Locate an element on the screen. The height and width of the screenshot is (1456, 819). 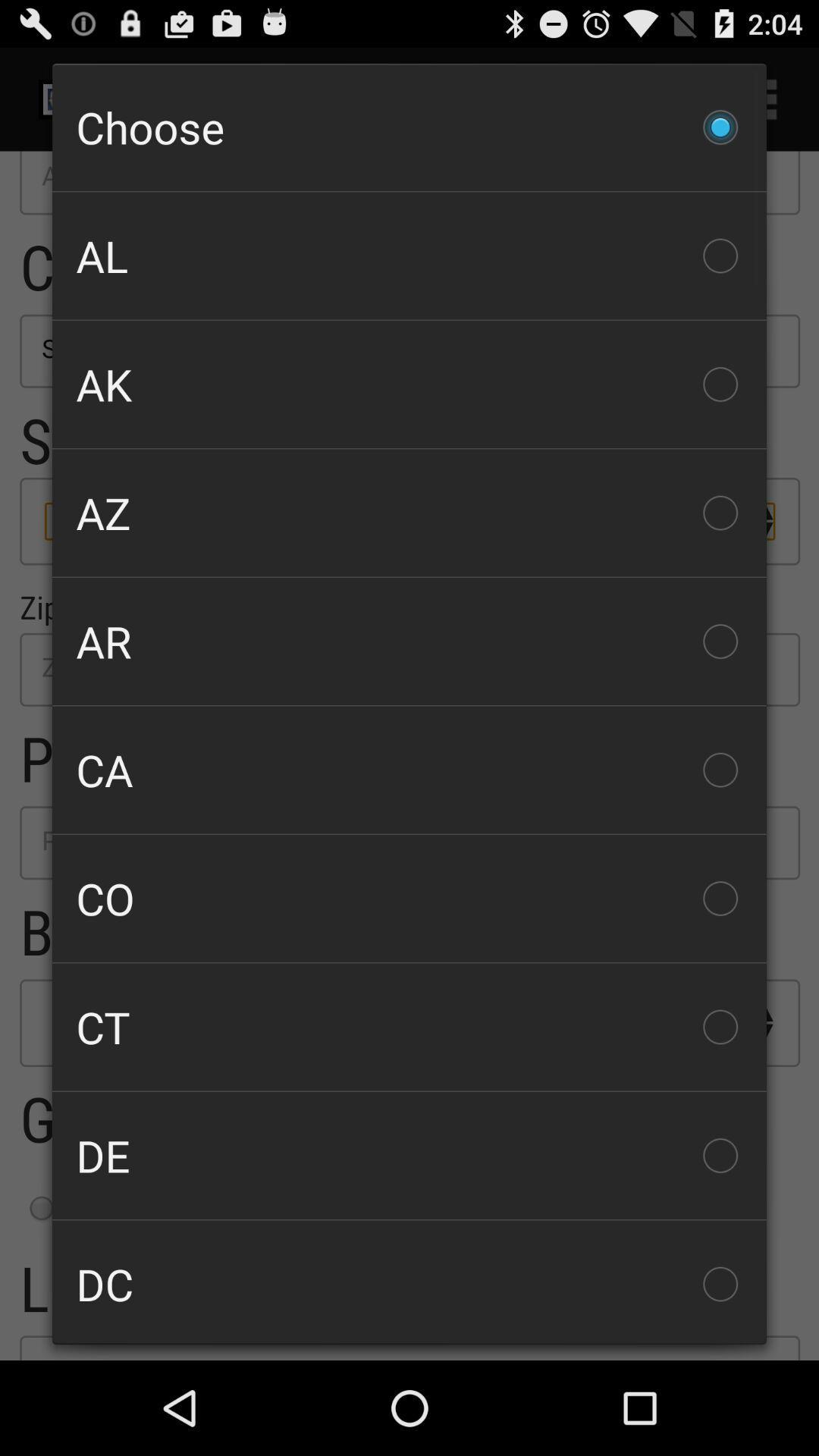
the checkbox above co icon is located at coordinates (409, 770).